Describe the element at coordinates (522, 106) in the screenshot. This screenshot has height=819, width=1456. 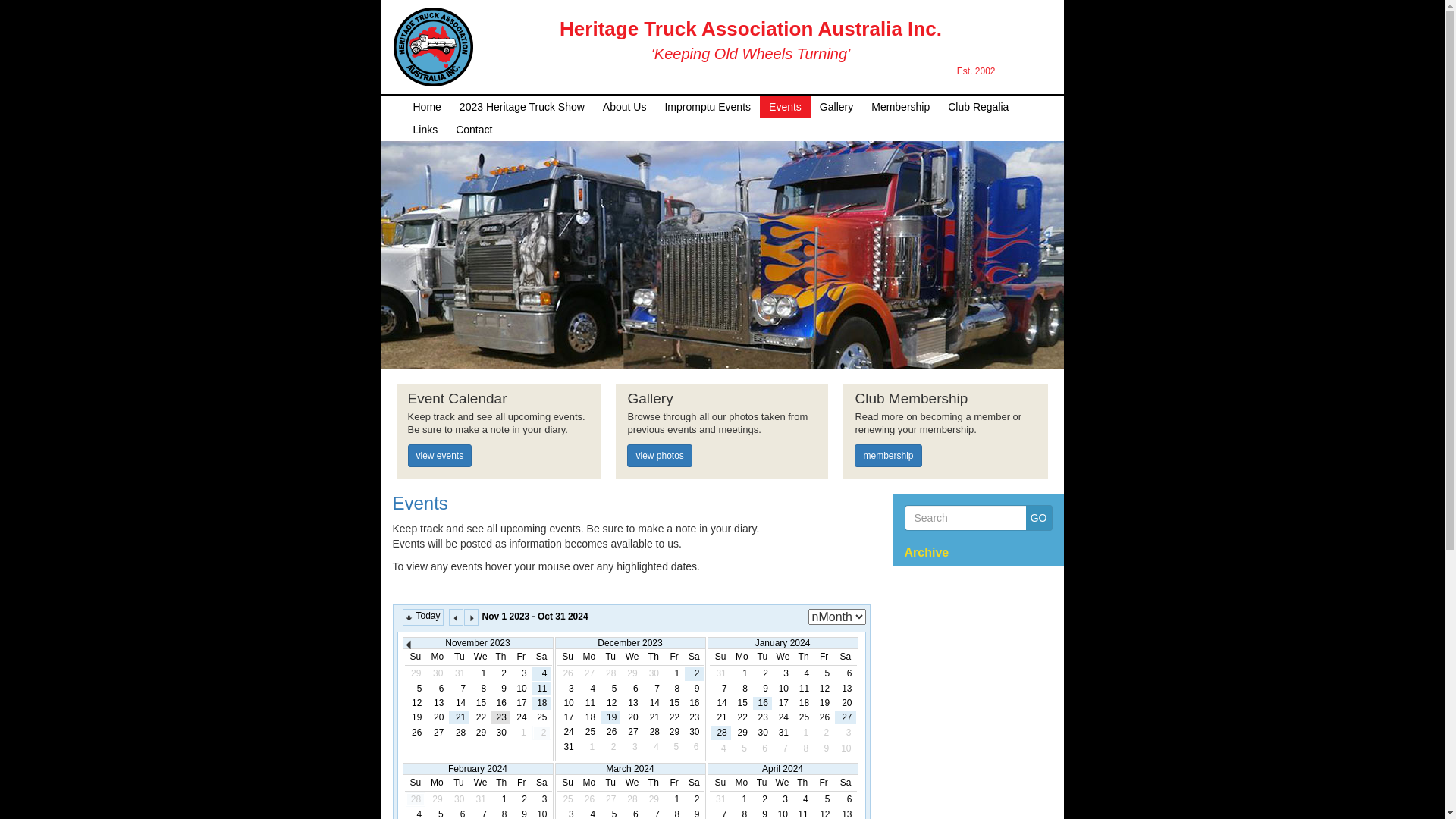
I see `'2023 Heritage Truck Show'` at that location.